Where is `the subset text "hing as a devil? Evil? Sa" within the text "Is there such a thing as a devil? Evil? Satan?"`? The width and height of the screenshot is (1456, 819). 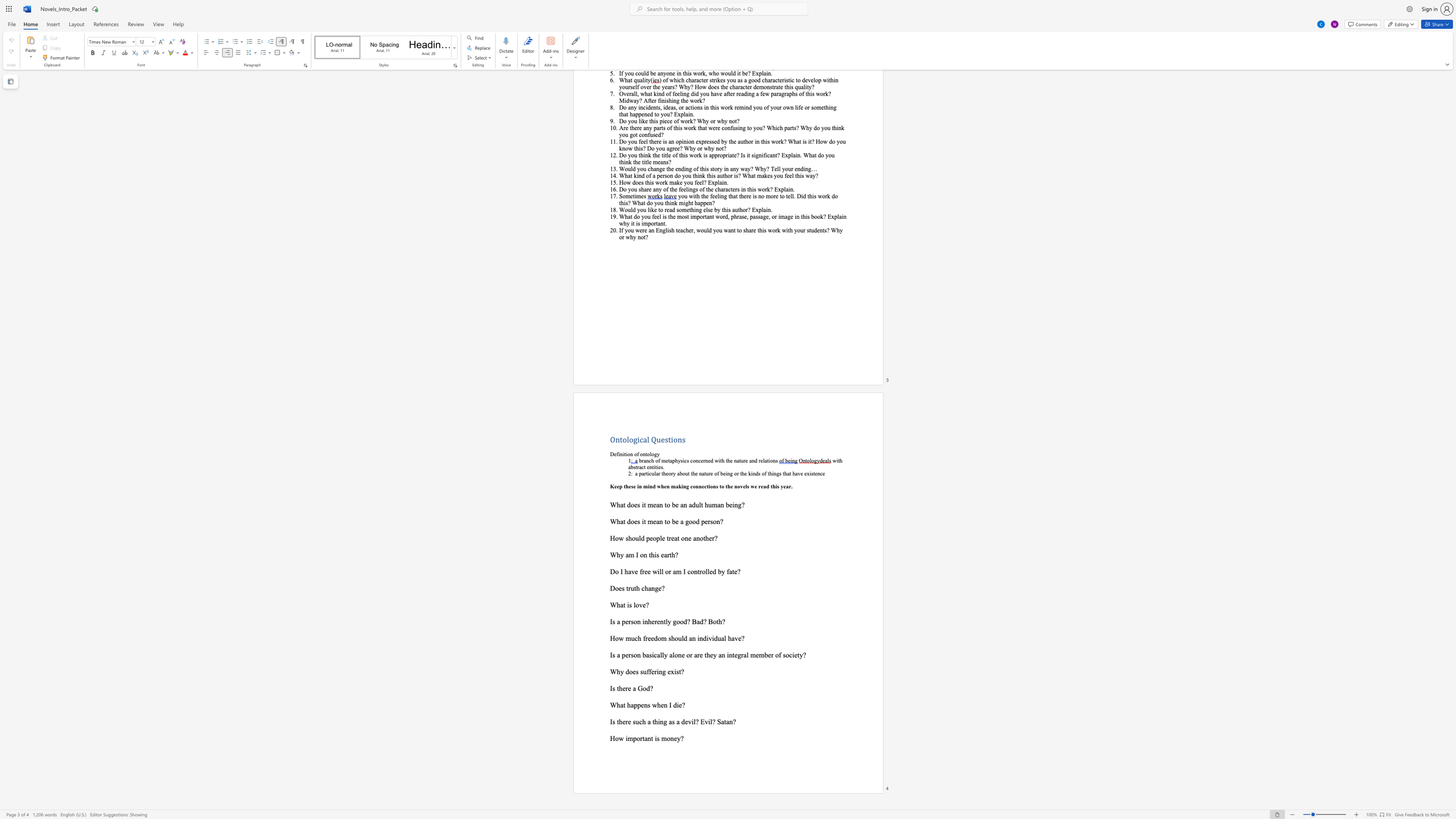
the subset text "hing as a devil? Evil? Sa" within the text "Is there such a thing as a devil? Evil? Satan?" is located at coordinates (654, 721).